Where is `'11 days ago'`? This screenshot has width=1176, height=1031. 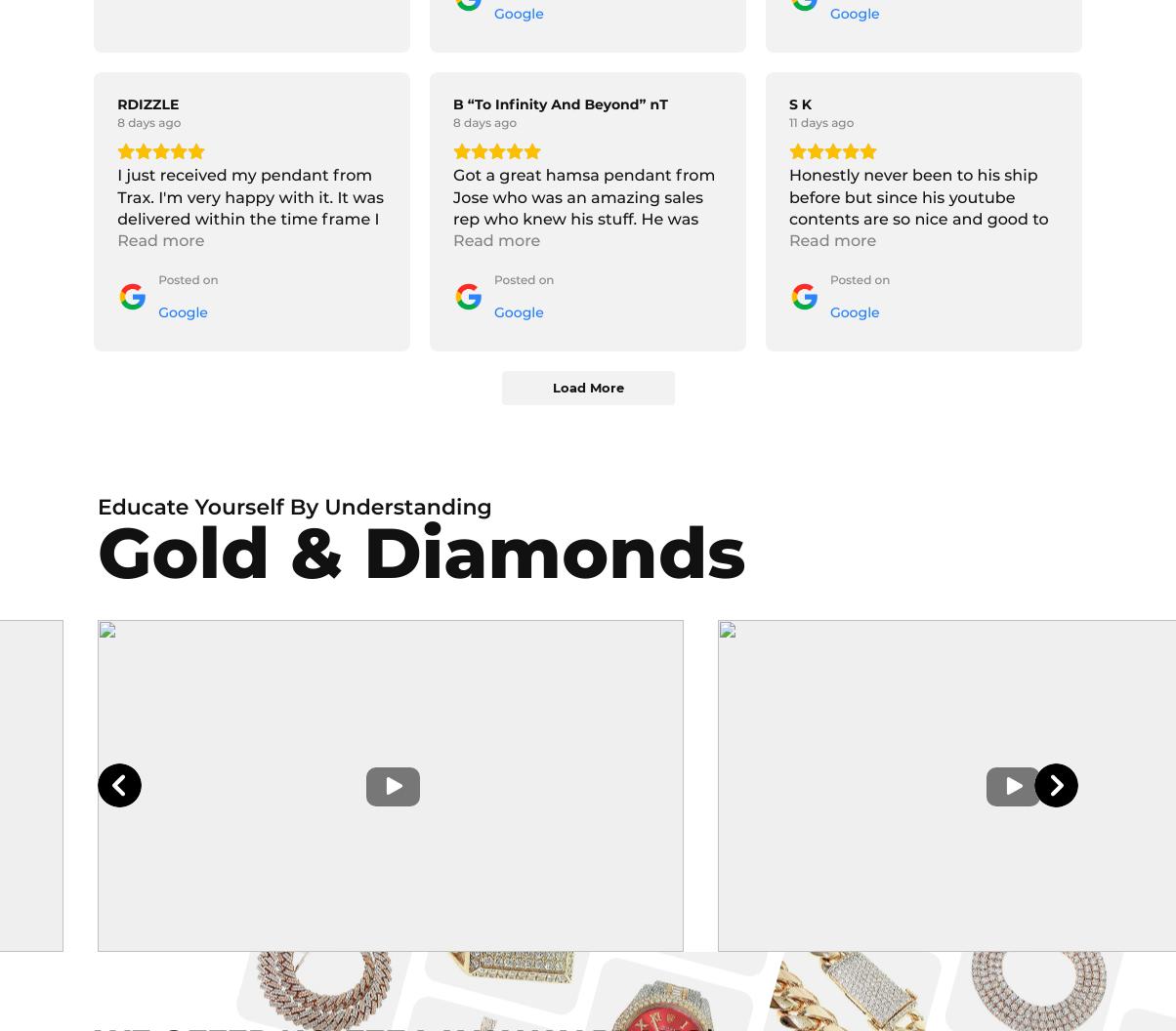 '11 days ago' is located at coordinates (820, 122).